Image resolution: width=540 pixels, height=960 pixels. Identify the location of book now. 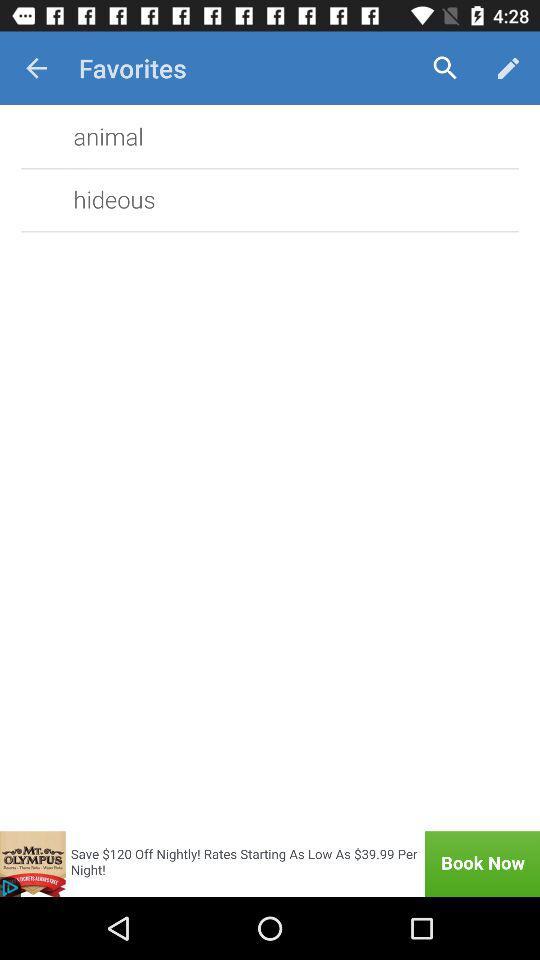
(270, 863).